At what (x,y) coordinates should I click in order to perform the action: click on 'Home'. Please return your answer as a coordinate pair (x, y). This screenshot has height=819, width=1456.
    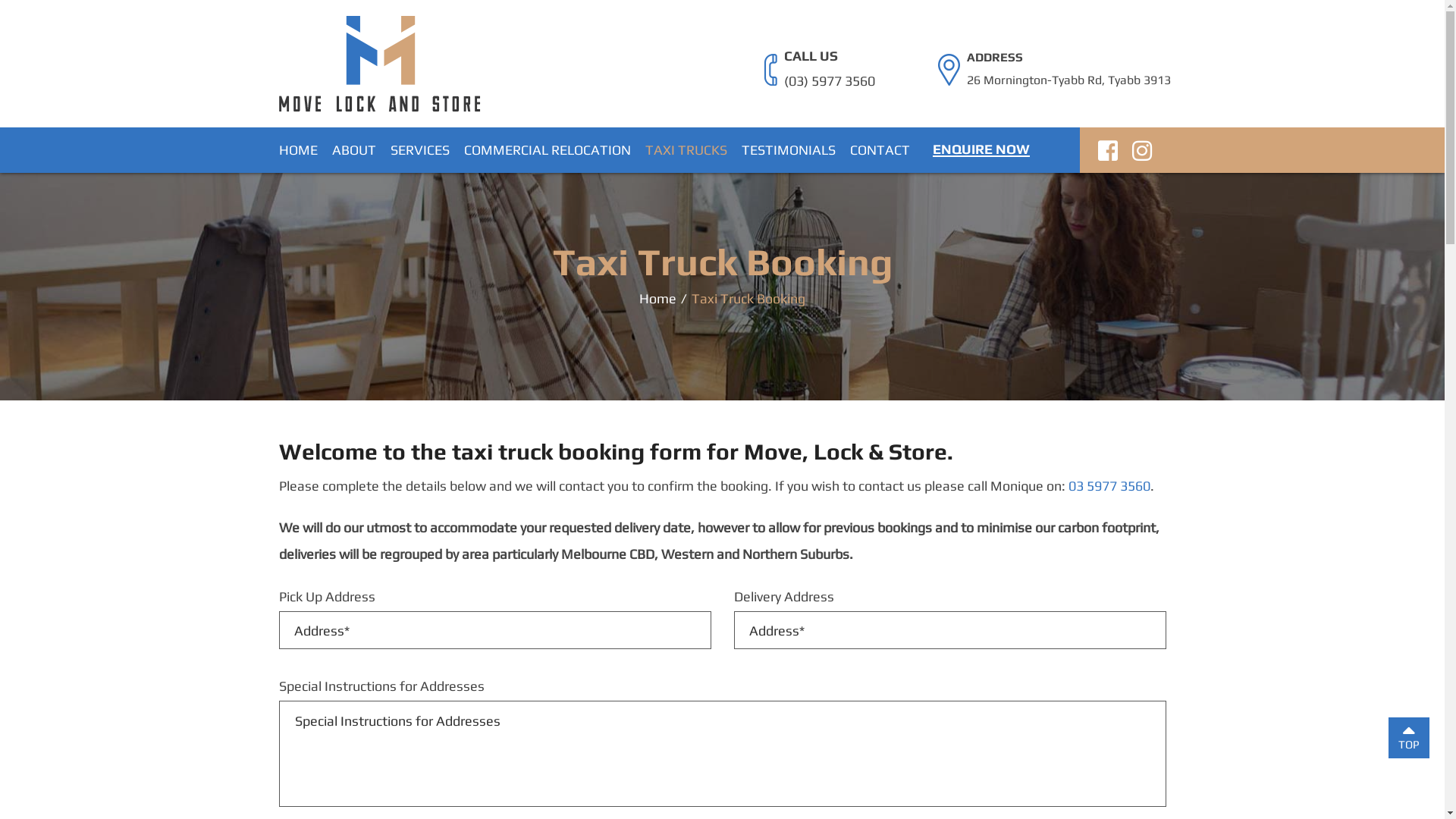
    Looking at the image, I should click on (657, 297).